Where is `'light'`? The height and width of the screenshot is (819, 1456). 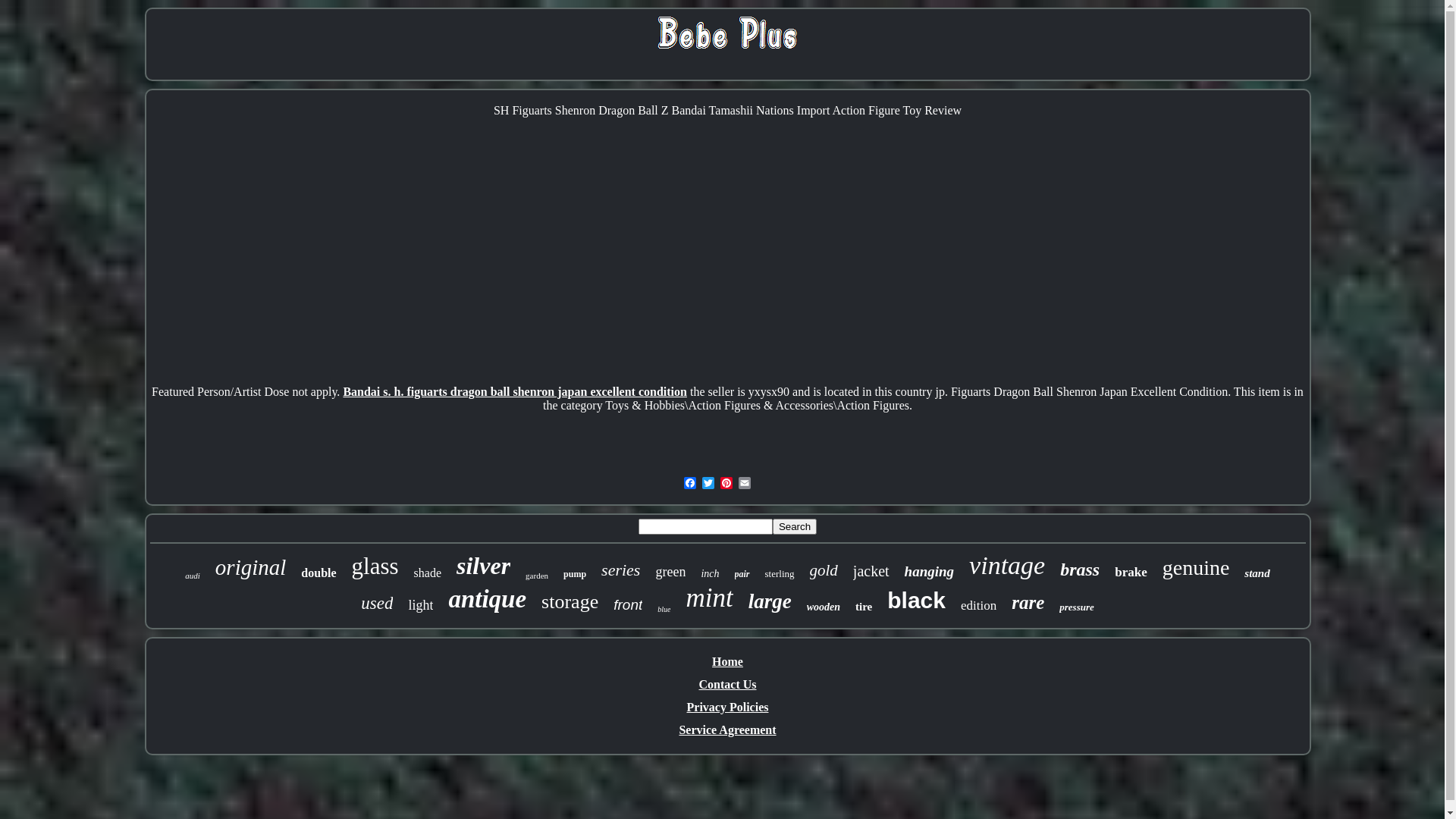
'light' is located at coordinates (407, 604).